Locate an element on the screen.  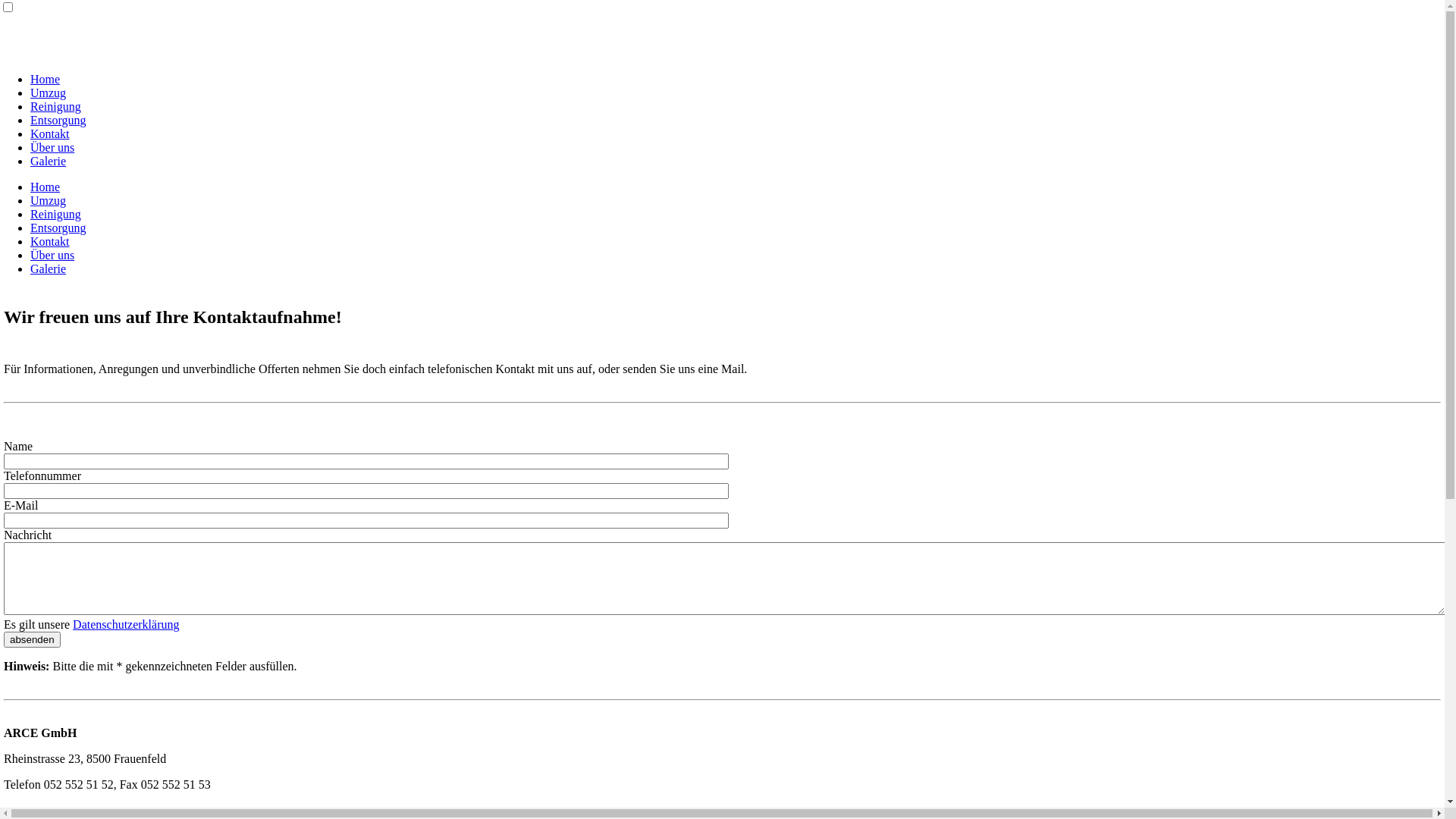
'Reinigung' is located at coordinates (55, 105).